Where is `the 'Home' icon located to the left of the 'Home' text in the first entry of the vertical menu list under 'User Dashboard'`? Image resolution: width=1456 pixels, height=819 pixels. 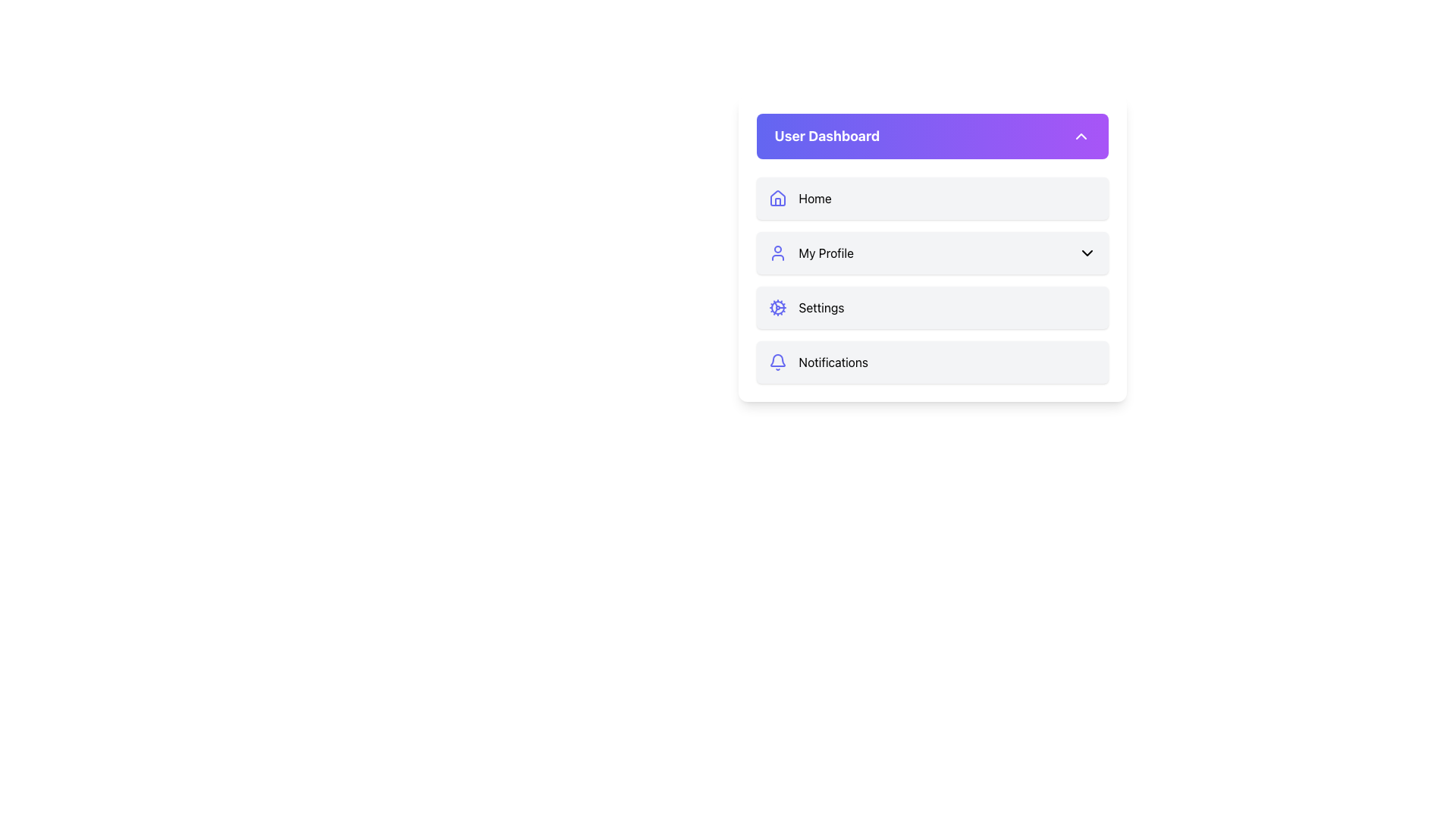
the 'Home' icon located to the left of the 'Home' text in the first entry of the vertical menu list under 'User Dashboard' is located at coordinates (777, 198).